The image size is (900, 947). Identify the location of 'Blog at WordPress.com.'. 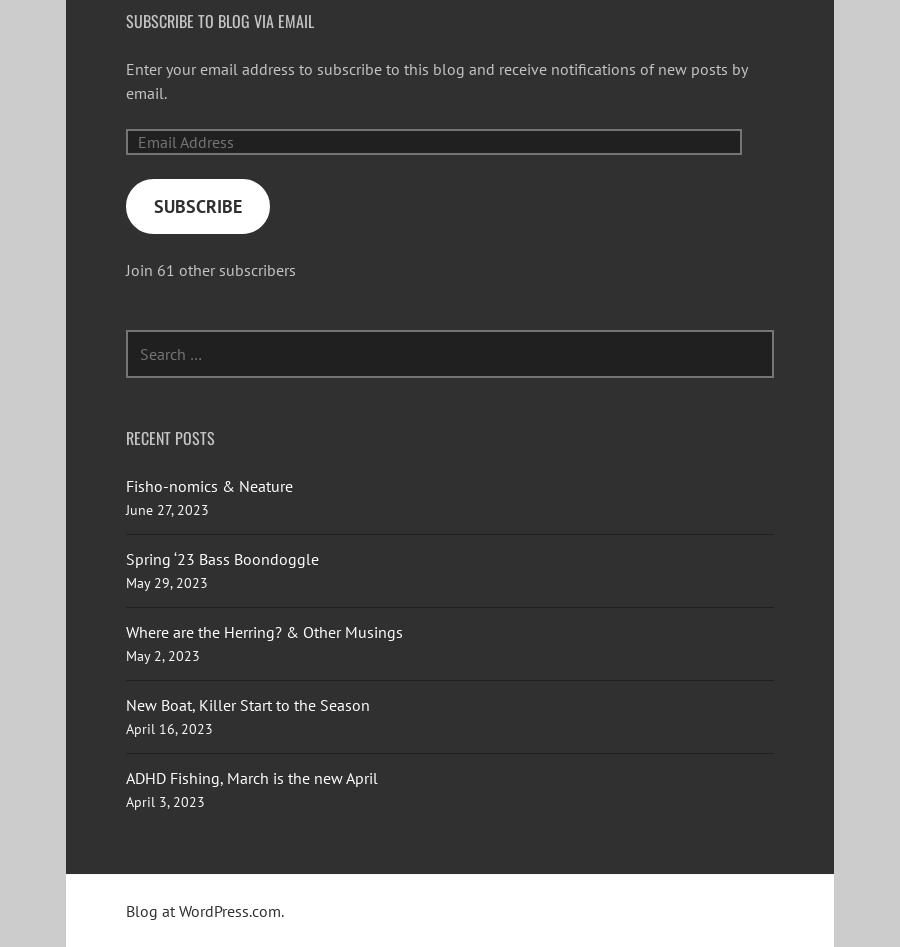
(205, 910).